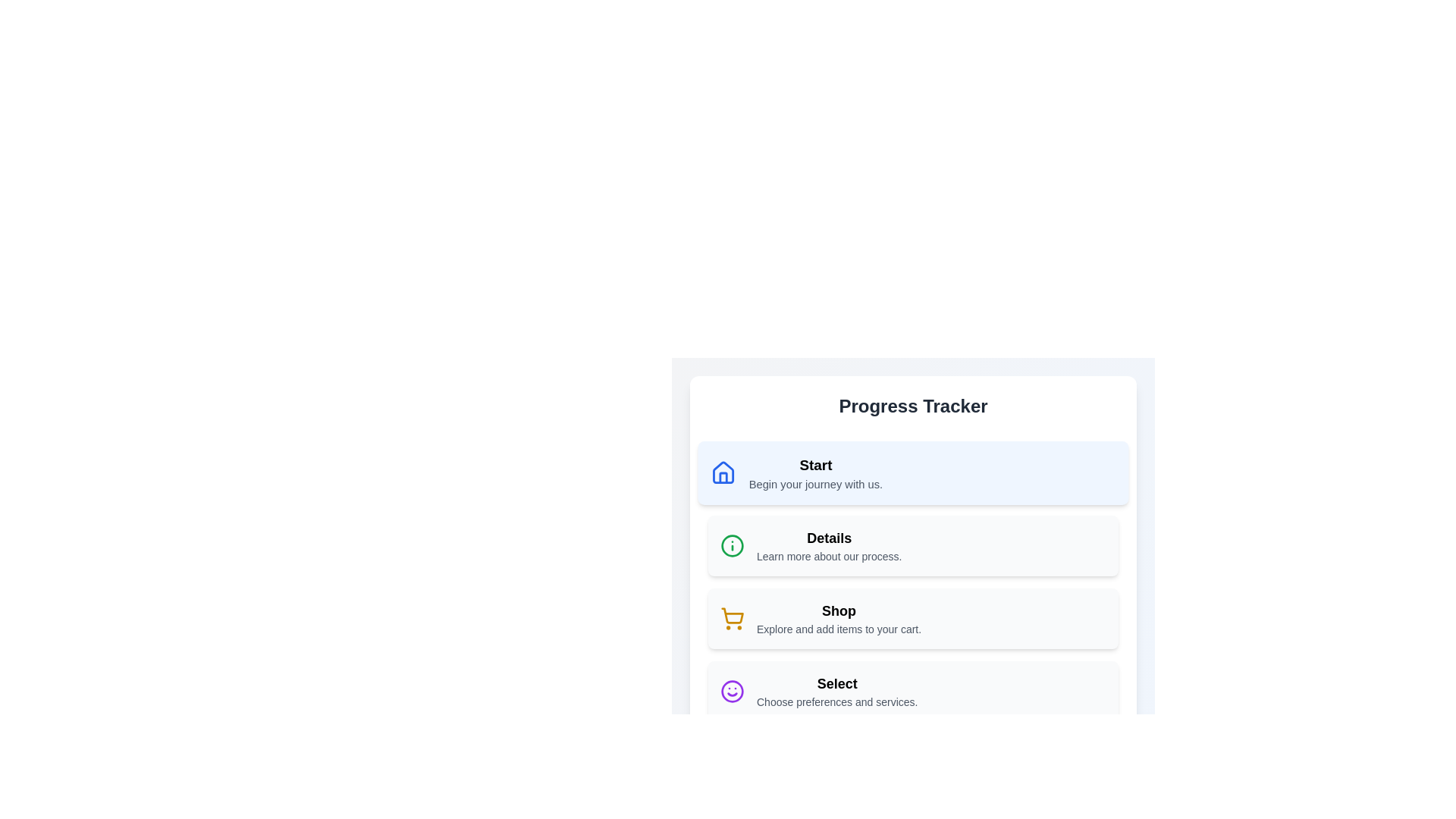 This screenshot has height=819, width=1456. What do you see at coordinates (838, 619) in the screenshot?
I see `static informational text block titled 'Shop' that provides guidance for users to explore and add items to their cart` at bounding box center [838, 619].